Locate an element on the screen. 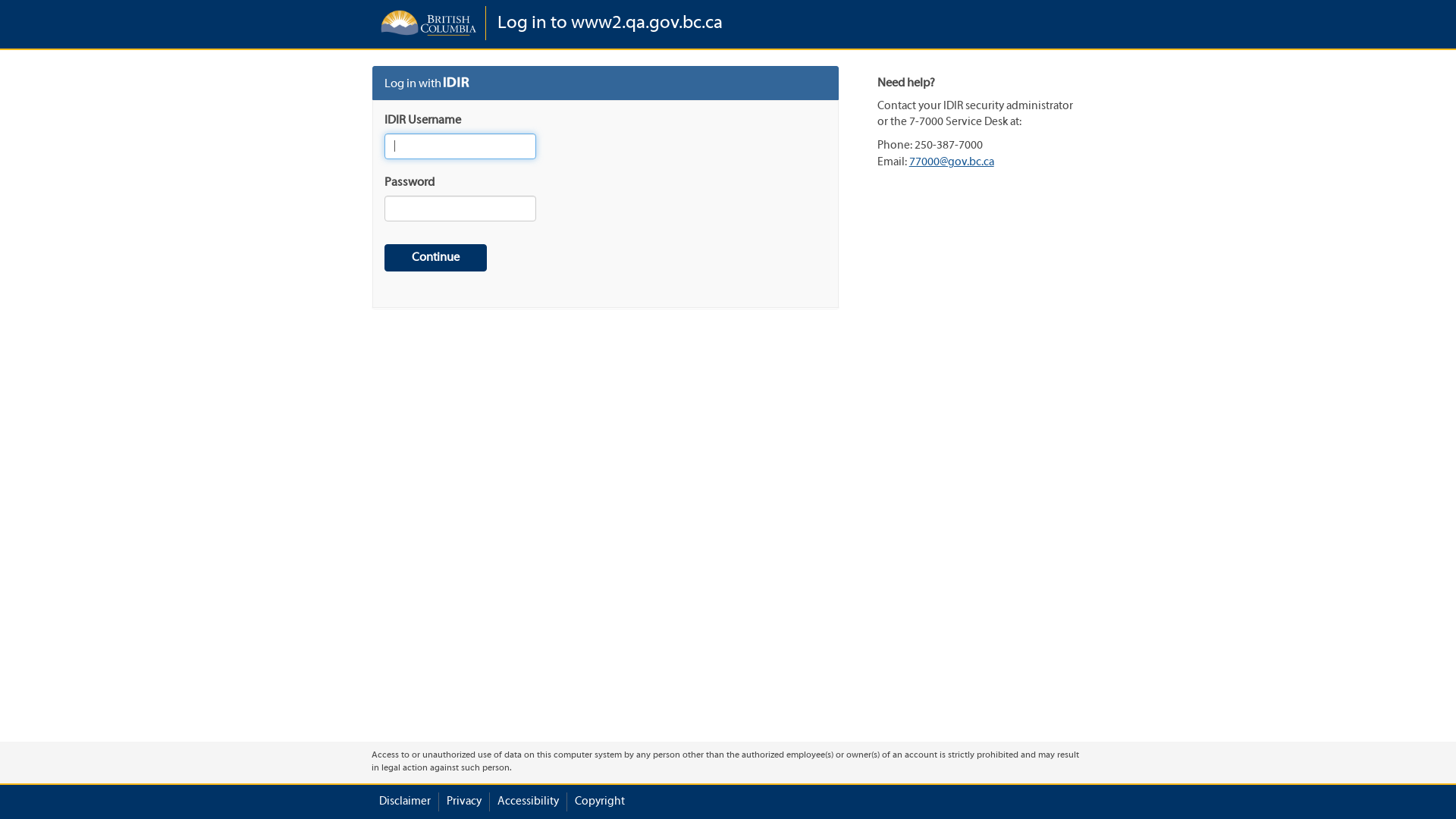 The width and height of the screenshot is (1456, 819). '77000@gov.bc.ca' is located at coordinates (950, 162).